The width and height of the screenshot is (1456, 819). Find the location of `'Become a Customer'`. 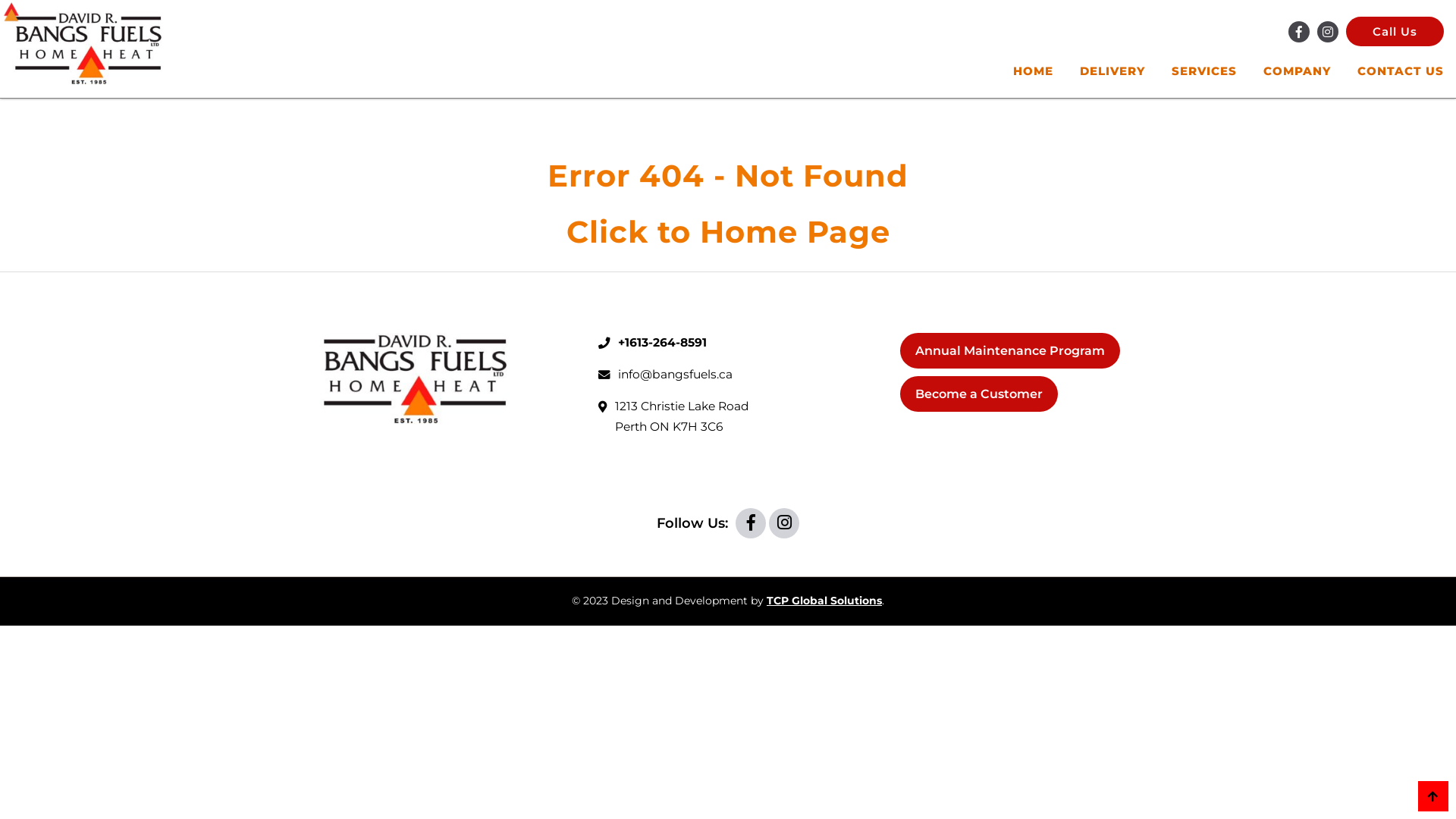

'Become a Customer' is located at coordinates (979, 393).